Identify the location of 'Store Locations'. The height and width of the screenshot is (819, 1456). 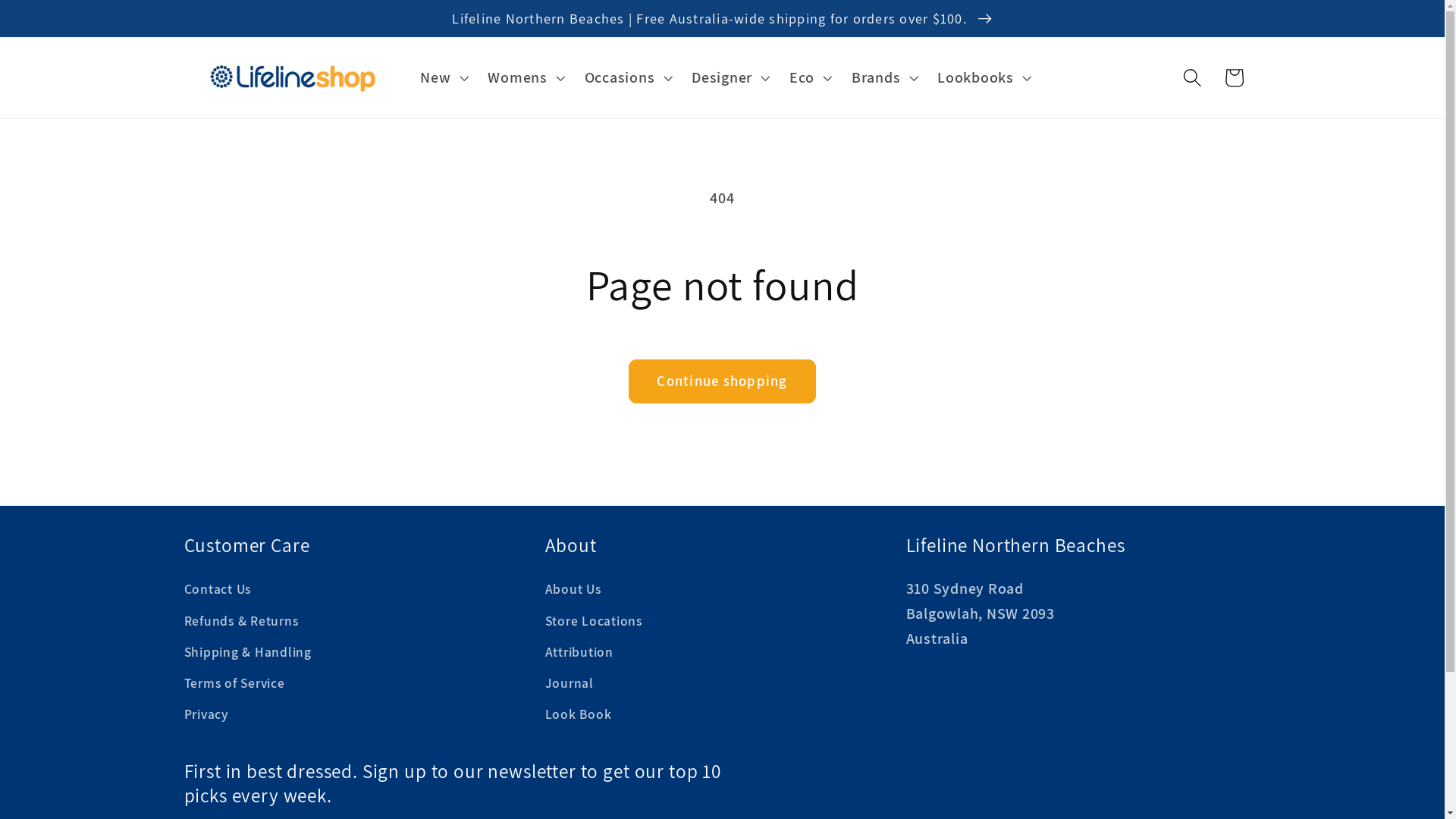
(592, 620).